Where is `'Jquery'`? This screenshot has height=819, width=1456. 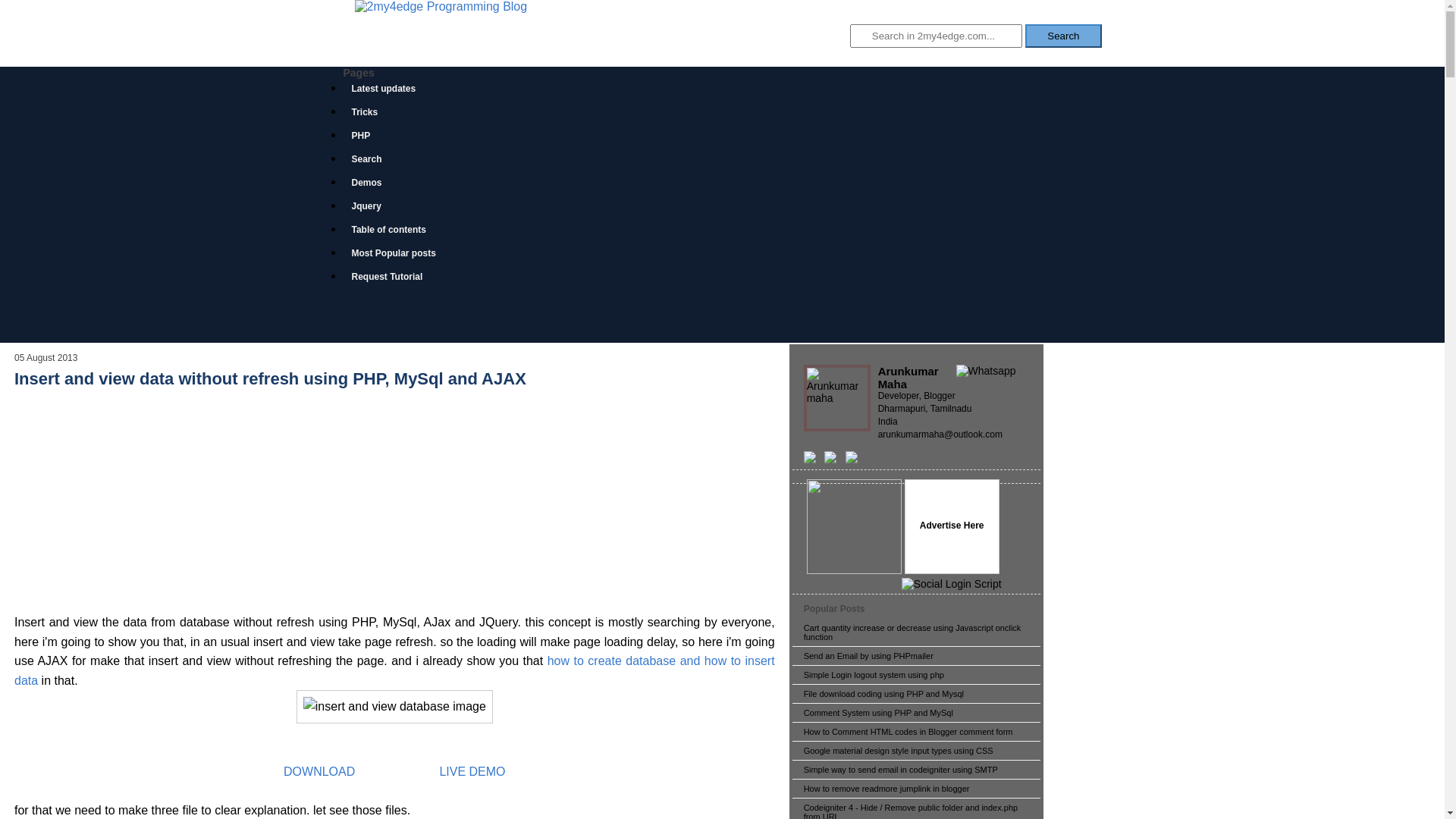
'Jquery' is located at coordinates (341, 208).